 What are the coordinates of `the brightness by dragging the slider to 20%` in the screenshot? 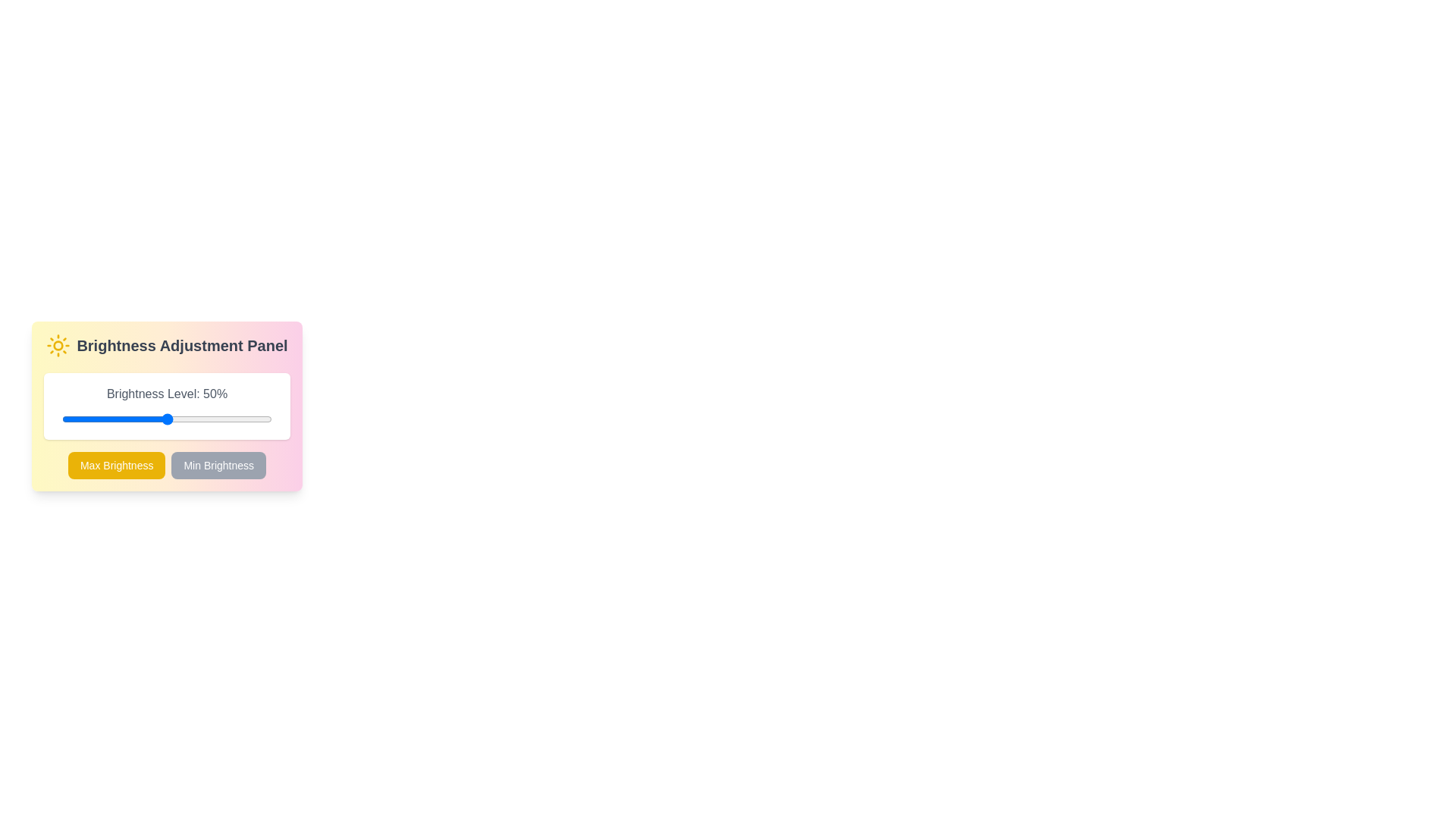 It's located at (103, 419).